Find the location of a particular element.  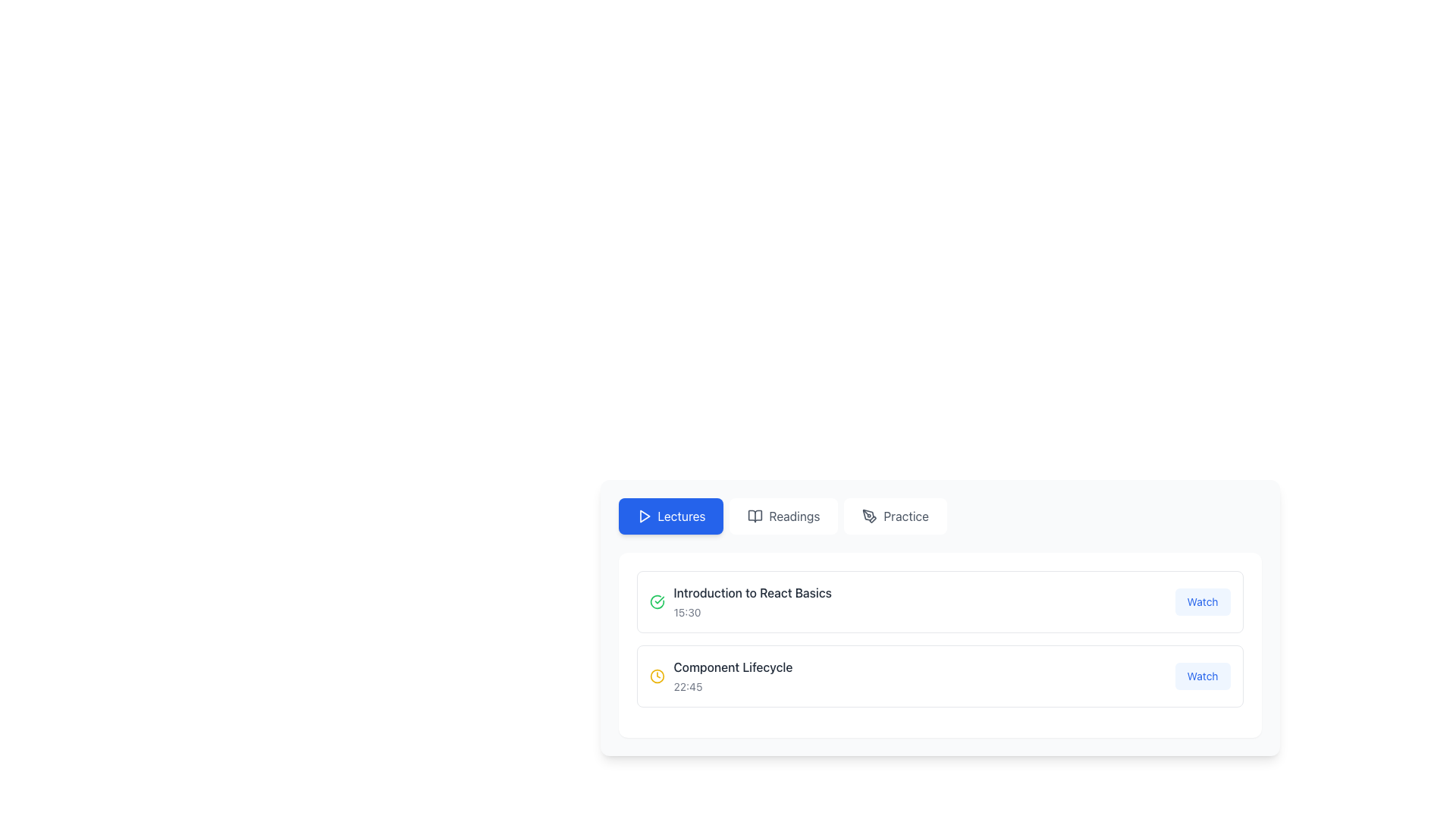

the circular icon with a green outline and a checkmark in its center, which indicates a completed task, located to the left of the text 'Introduction to React Basics' and above the timestamp '15:30' is located at coordinates (657, 601).